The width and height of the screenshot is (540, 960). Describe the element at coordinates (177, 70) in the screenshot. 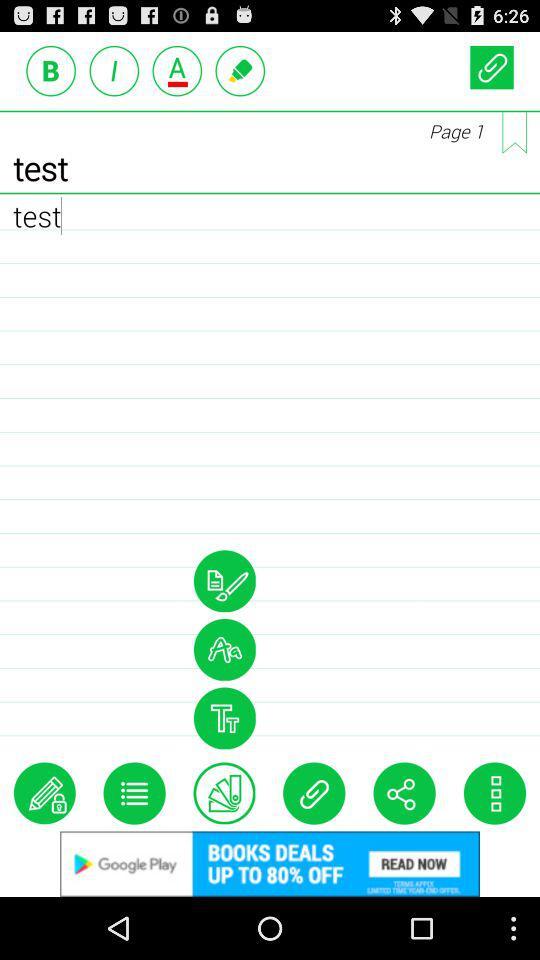

I see `underline the text` at that location.